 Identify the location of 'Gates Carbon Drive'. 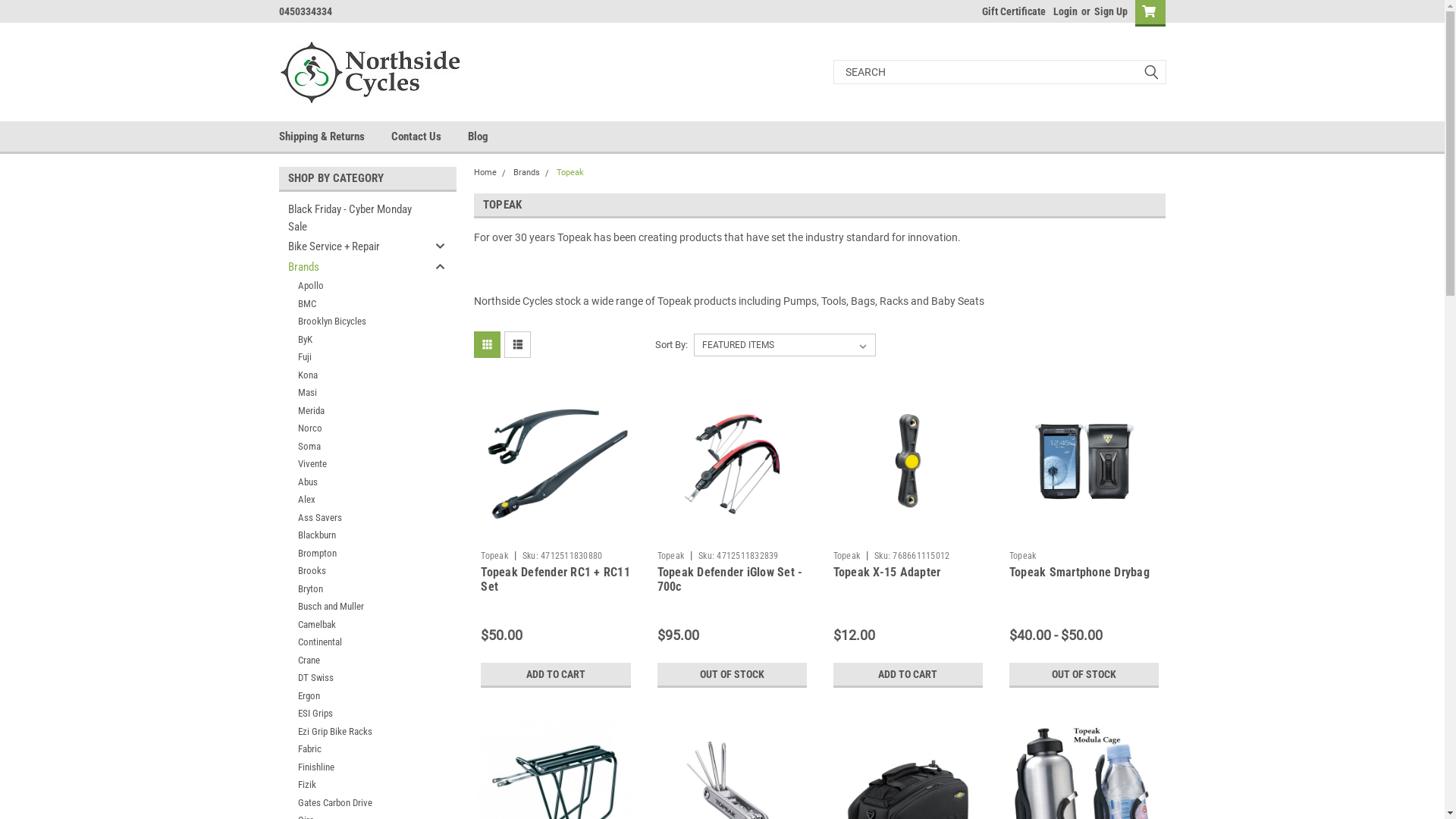
(279, 801).